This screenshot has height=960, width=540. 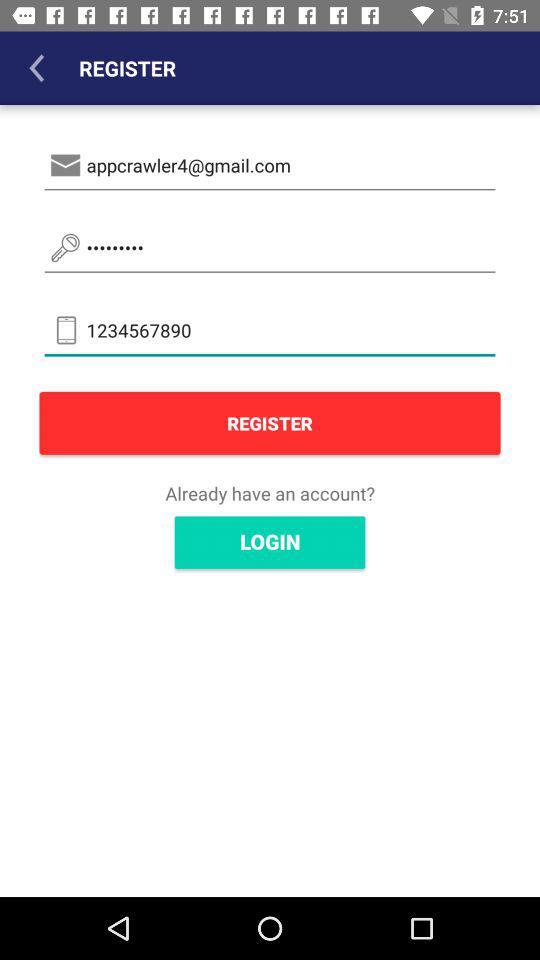 I want to click on item below appcrawler4@gmail.com icon, so click(x=270, y=247).